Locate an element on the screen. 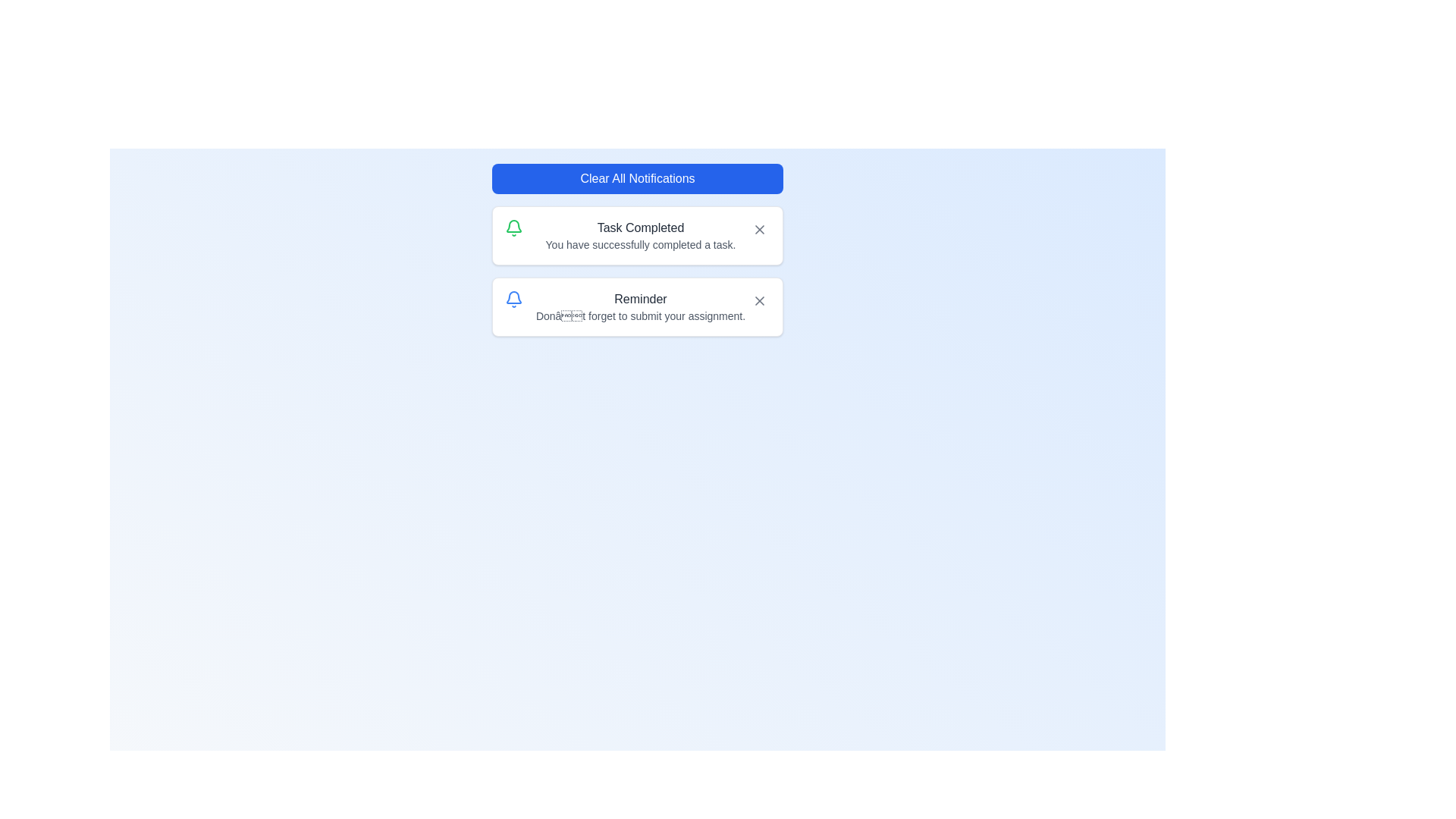  text content of the 'Reminder' text element, which is displayed in a medium-weight gray font inside a notification card, positioned below the 'Clear All Notifications' button is located at coordinates (640, 299).